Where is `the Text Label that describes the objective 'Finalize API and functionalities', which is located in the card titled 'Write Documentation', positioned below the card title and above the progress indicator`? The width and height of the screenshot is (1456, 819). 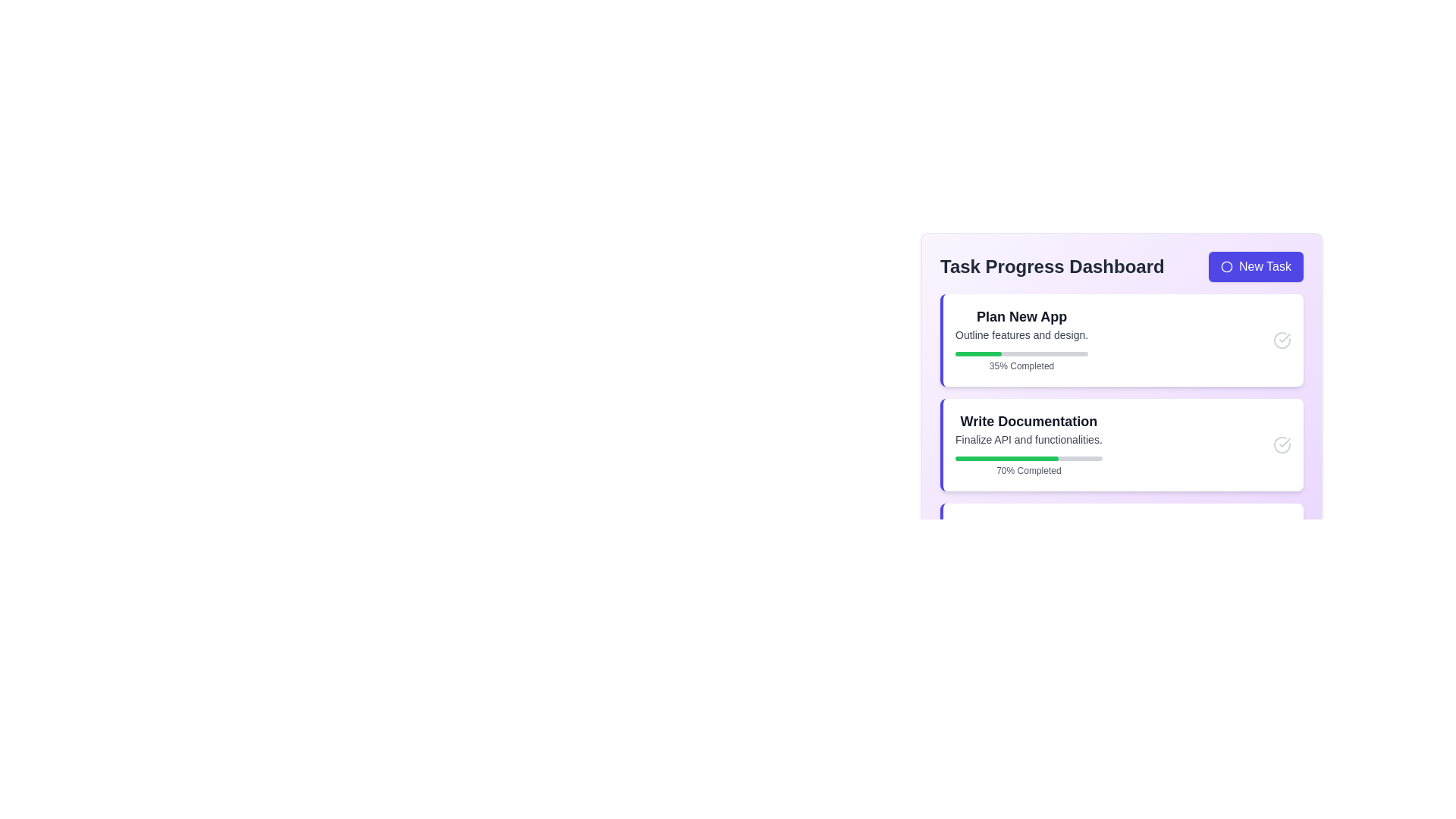 the Text Label that describes the objective 'Finalize API and functionalities', which is located in the card titled 'Write Documentation', positioned below the card title and above the progress indicator is located at coordinates (1028, 439).